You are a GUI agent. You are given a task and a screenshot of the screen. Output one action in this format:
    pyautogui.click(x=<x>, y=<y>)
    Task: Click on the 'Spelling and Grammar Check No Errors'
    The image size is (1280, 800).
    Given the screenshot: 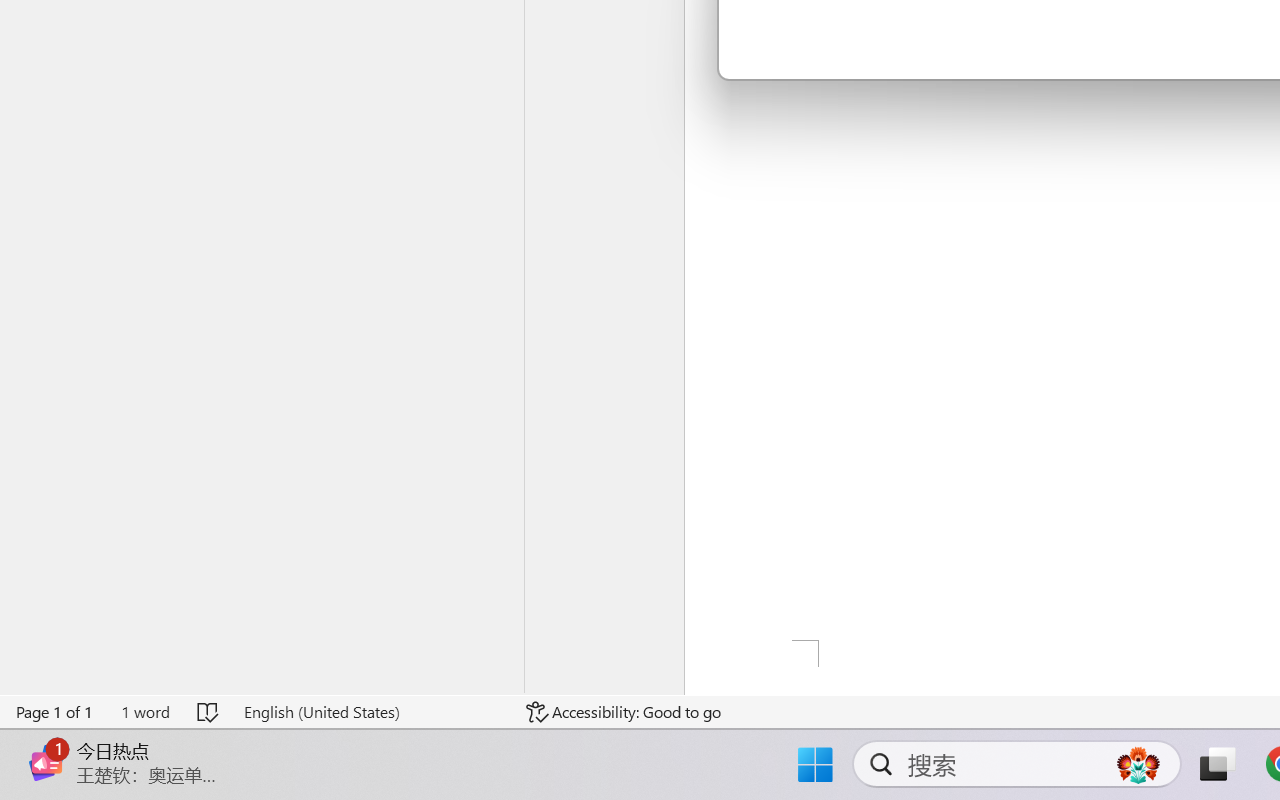 What is the action you would take?
    pyautogui.click(x=209, y=711)
    